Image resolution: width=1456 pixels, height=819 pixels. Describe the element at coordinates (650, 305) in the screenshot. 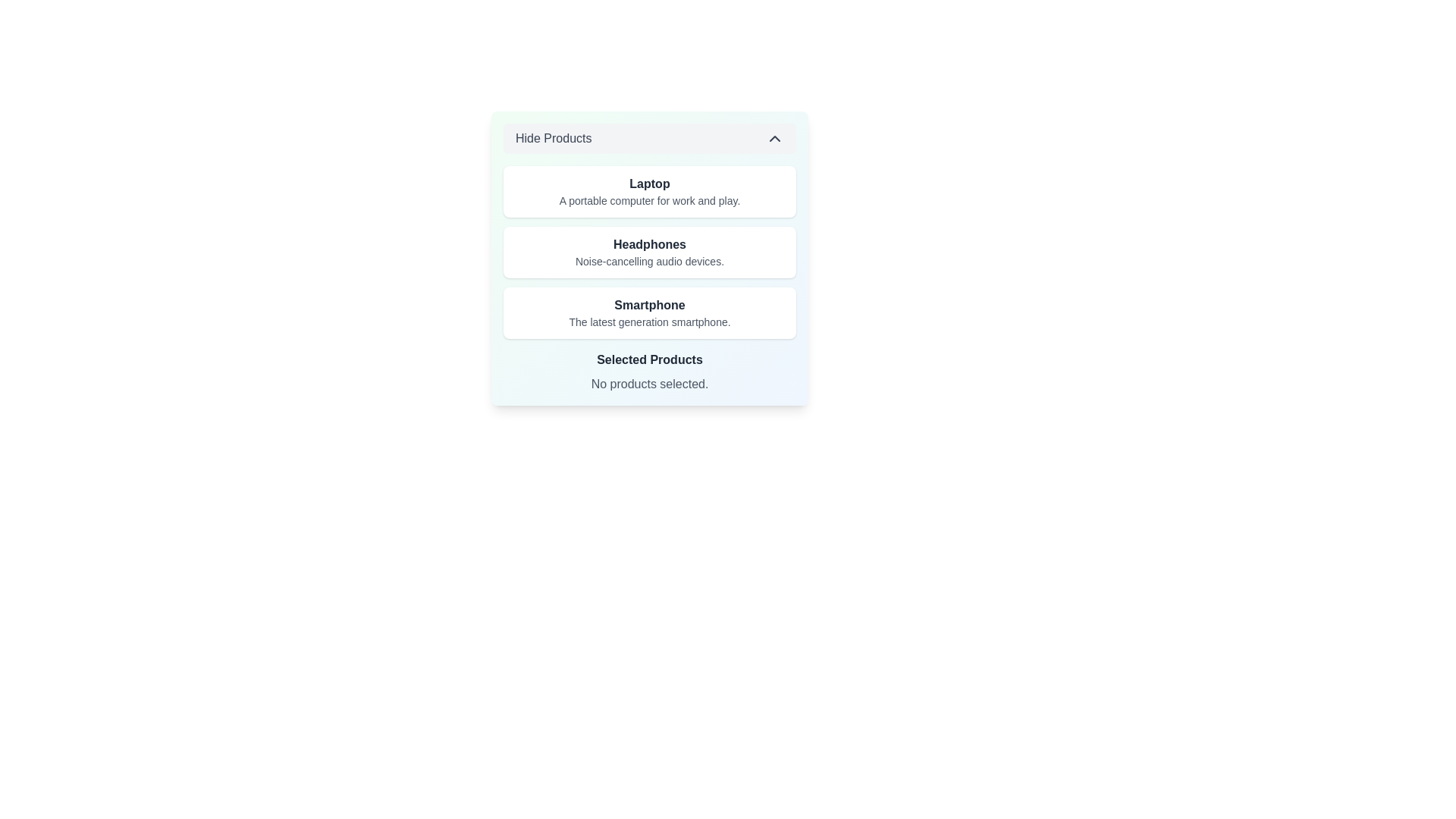

I see `the title label that indicates the type of product described in the section below, positioned above the description text 'The latest generation smartphone.'` at that location.